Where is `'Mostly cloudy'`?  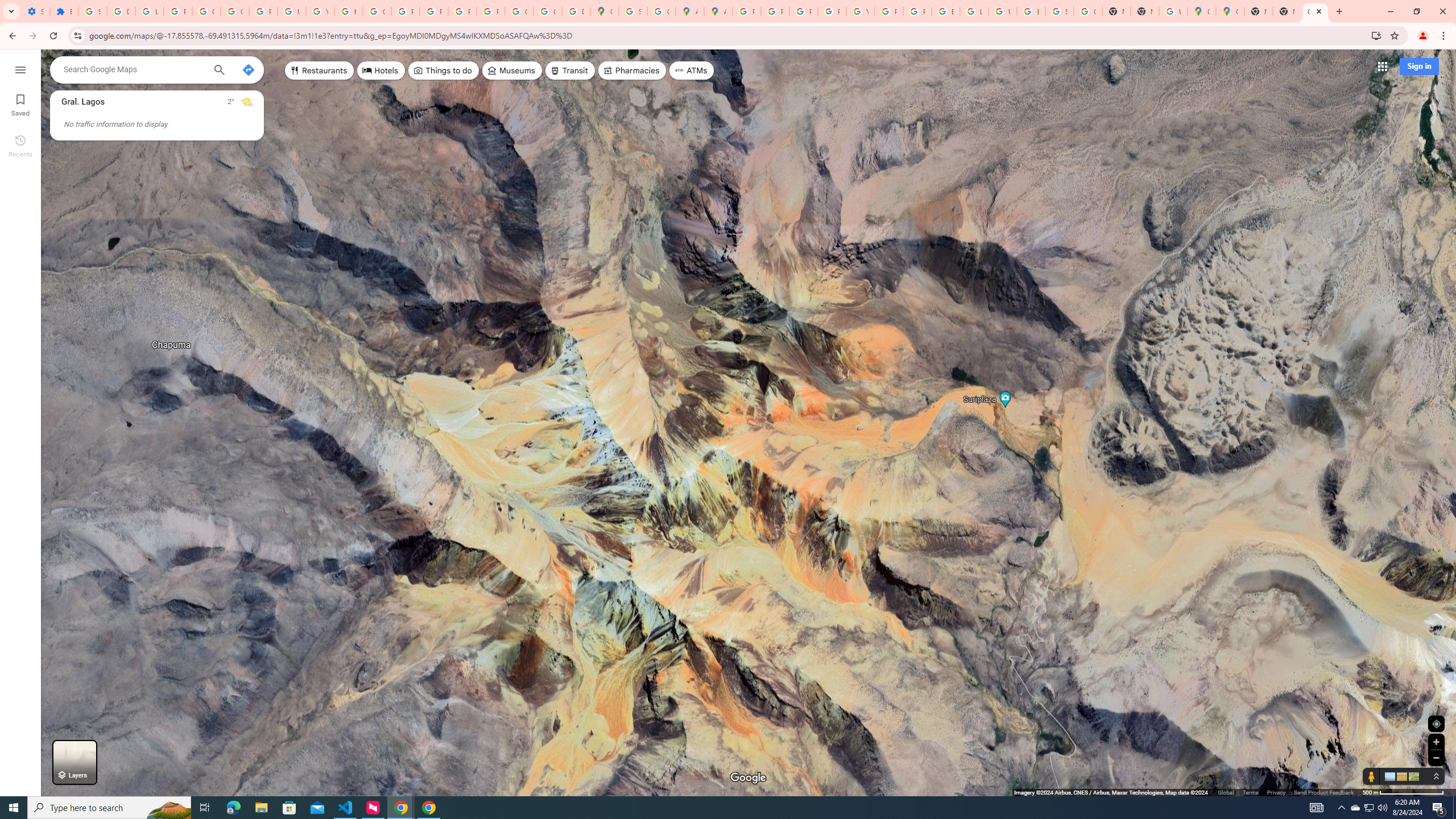
'Mostly cloudy' is located at coordinates (246, 102).